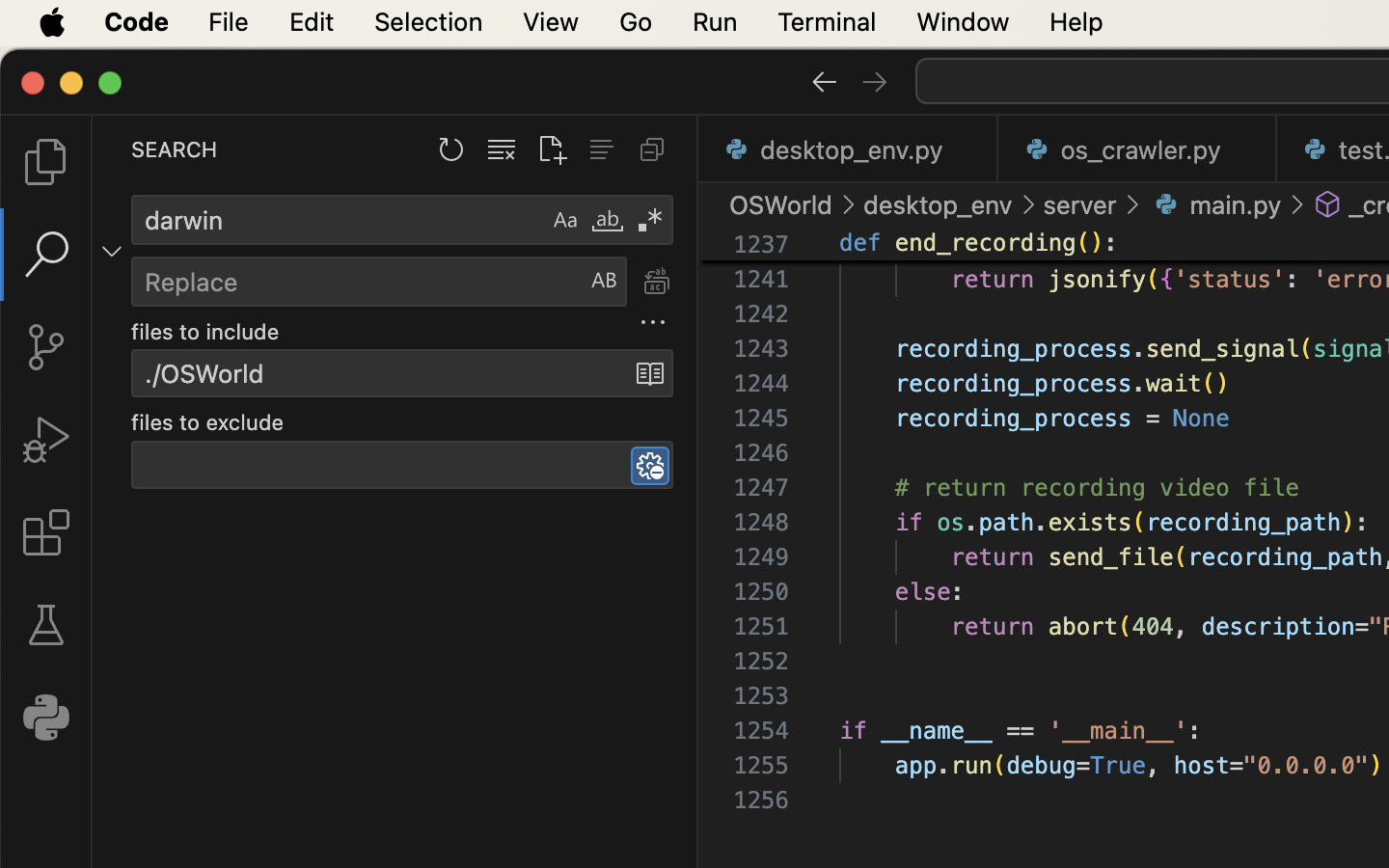 This screenshot has width=1389, height=868. I want to click on 'OSWorld', so click(781, 204).